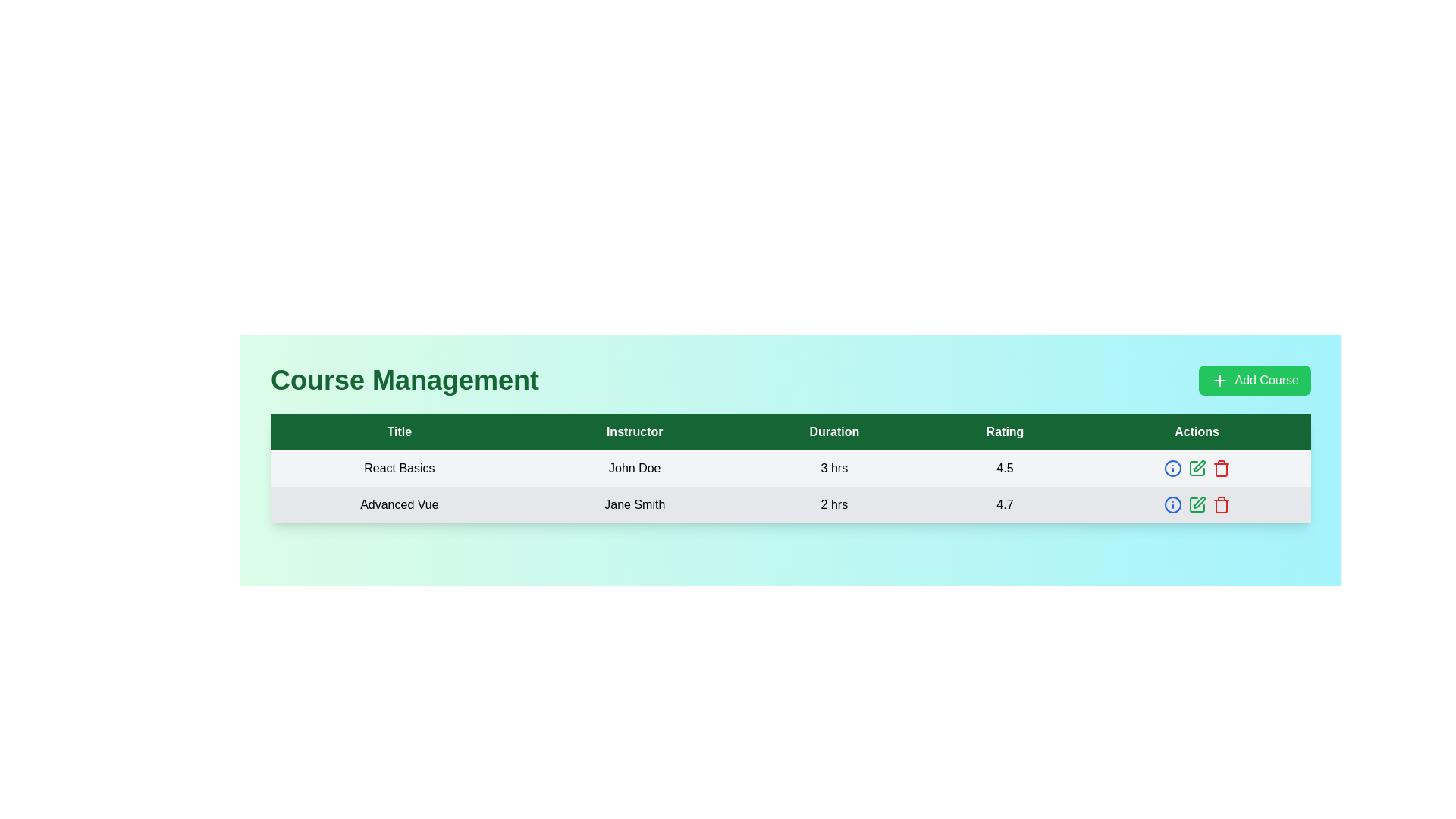 The image size is (1456, 819). I want to click on the 'Course Management' text header element, which is styled in green, bold, and large font and positioned prominently above a table layout, so click(404, 379).